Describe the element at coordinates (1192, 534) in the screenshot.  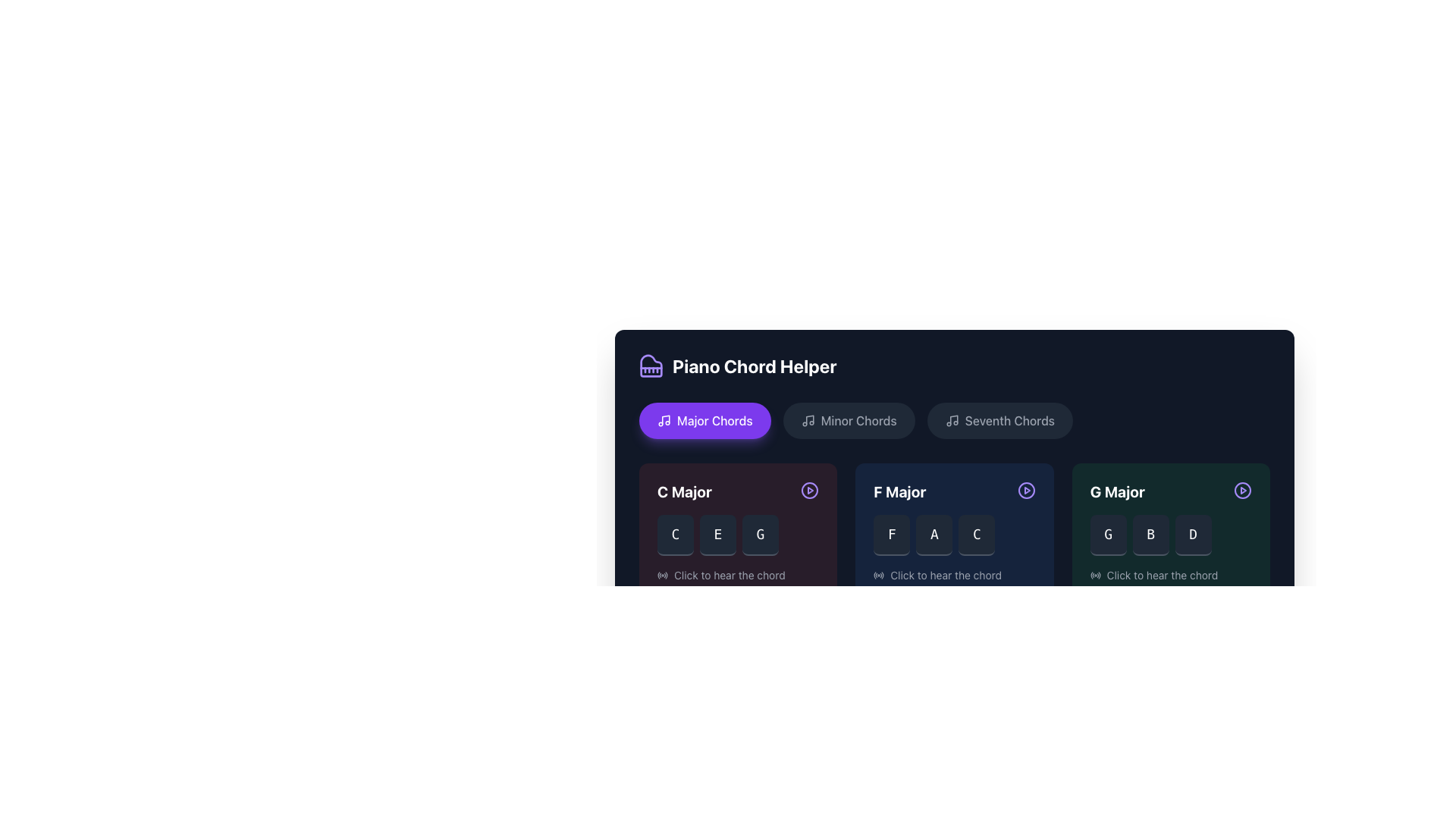
I see `the dark gray button labeled 'D' with rounded corners, which is the third button in the horizontal sequence of three within the 'G Major' group` at that location.